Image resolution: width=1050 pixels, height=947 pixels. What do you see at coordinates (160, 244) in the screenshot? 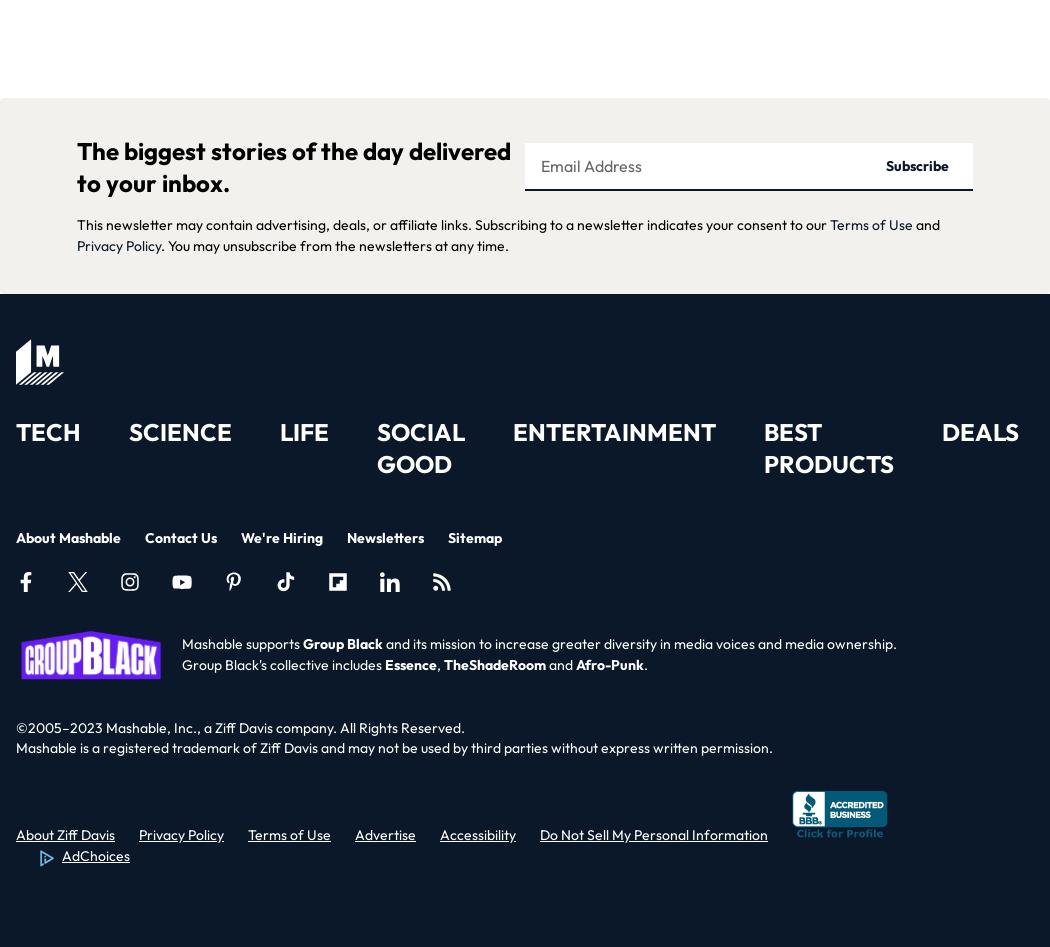
I see `'. You may unsubscribe from the newsletters at any time.'` at bounding box center [160, 244].